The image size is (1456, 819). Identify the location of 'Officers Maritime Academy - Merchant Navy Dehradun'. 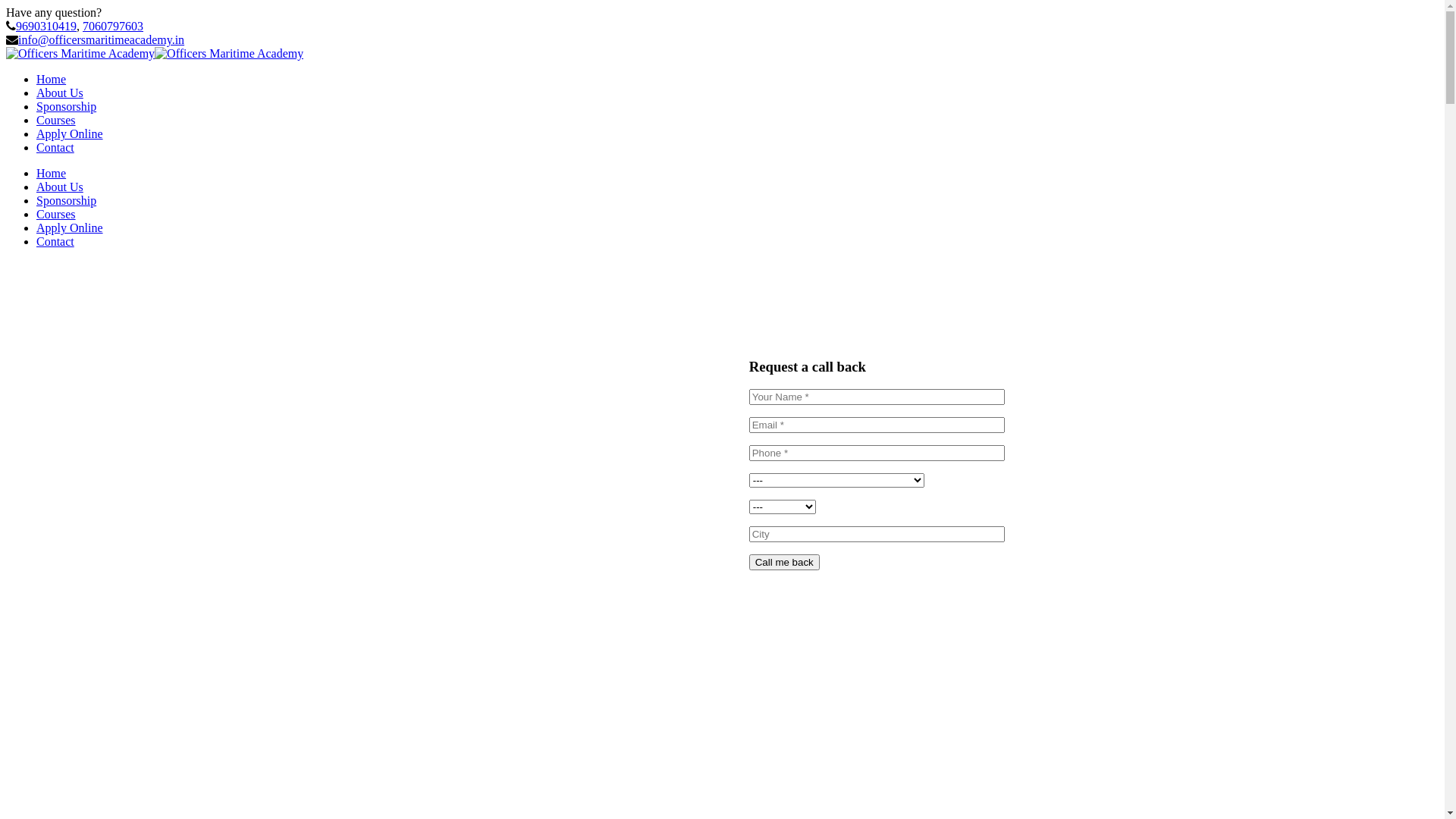
(79, 52).